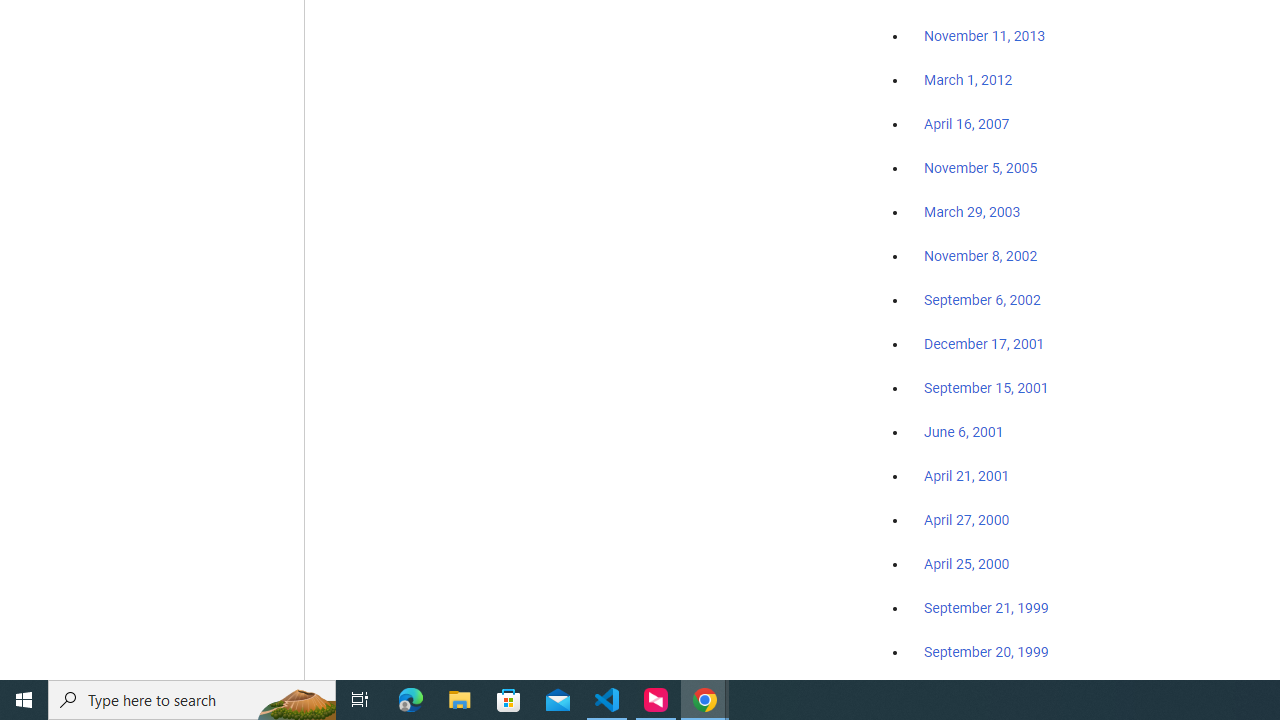 The image size is (1280, 720). I want to click on 'March 1, 2012', so click(968, 80).